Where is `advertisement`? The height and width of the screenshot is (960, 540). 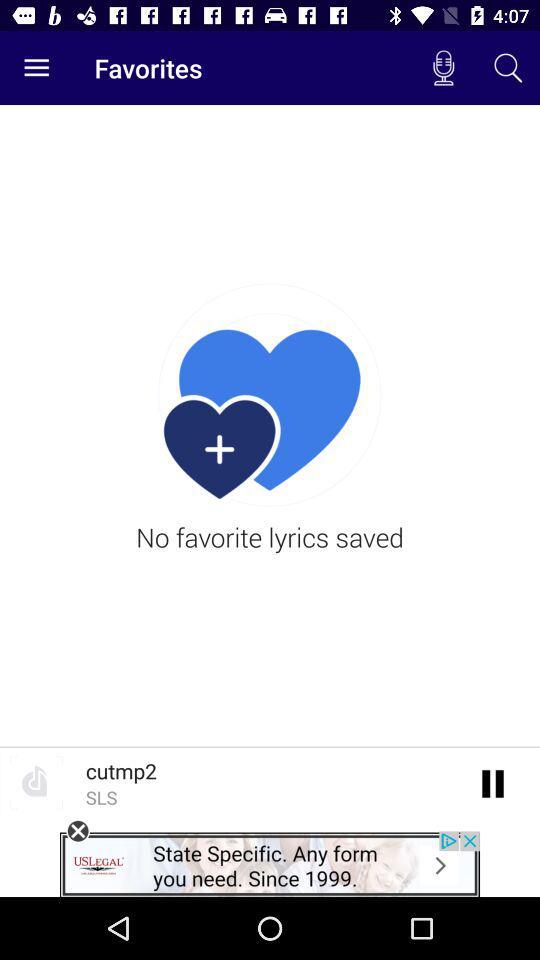
advertisement is located at coordinates (270, 863).